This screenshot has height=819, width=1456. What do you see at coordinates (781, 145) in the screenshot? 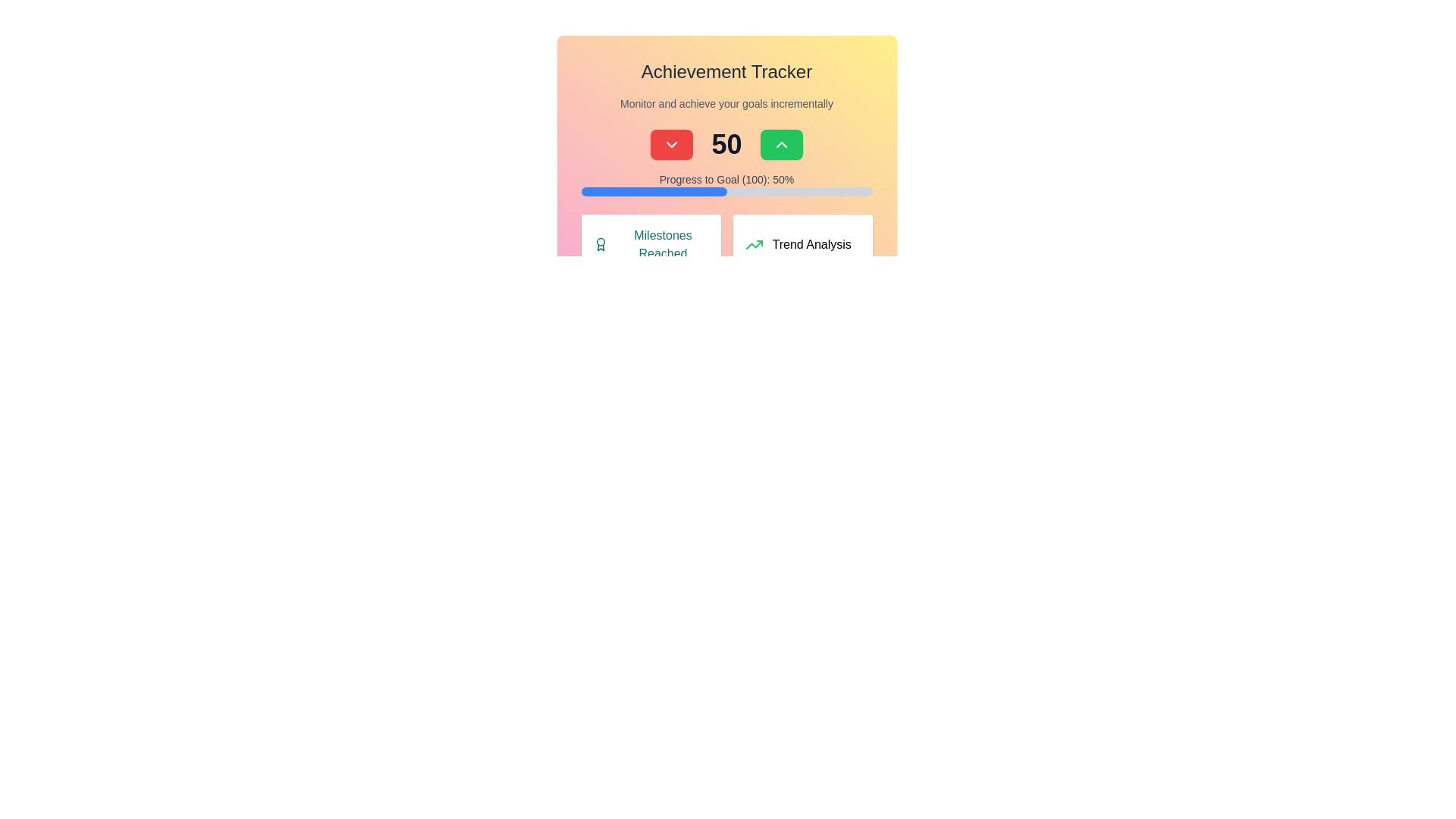
I see `the increment button with a green background and a white upward-pointing chevron icon to change its background color` at bounding box center [781, 145].